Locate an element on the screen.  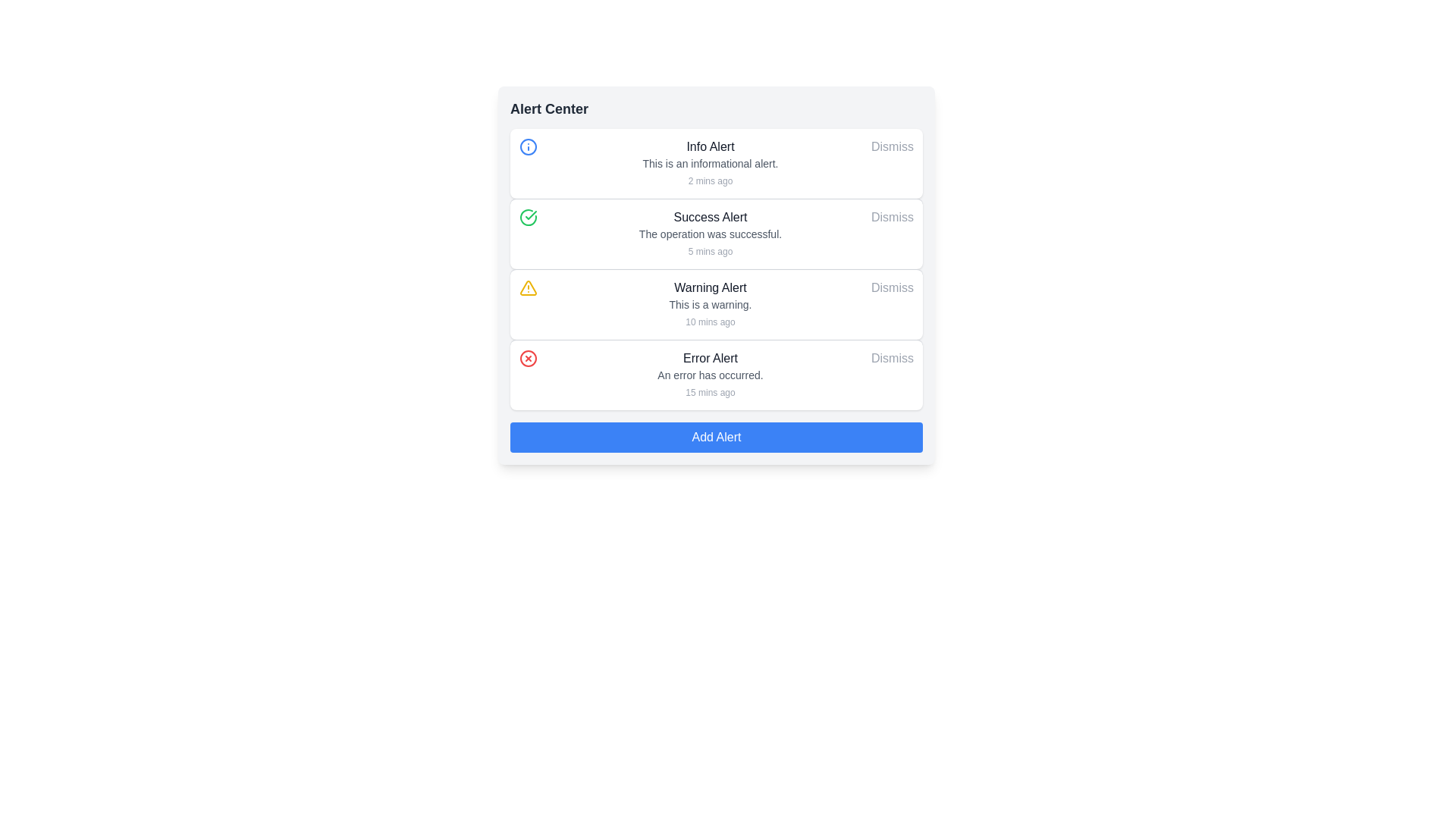
the 'Warning Alert' in the alert list is located at coordinates (716, 275).